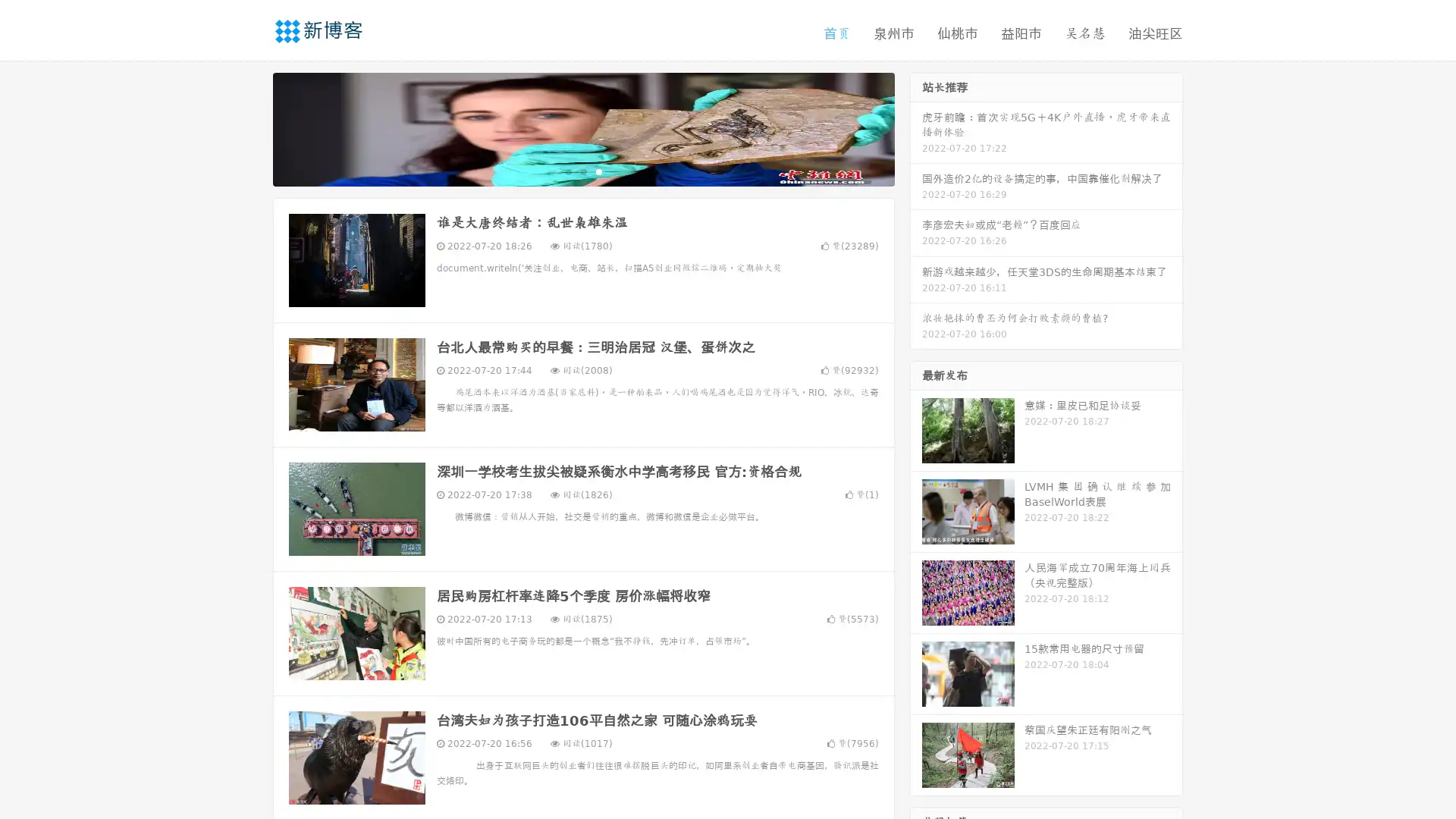 This screenshot has width=1456, height=819. I want to click on Go to slide 3, so click(598, 171).